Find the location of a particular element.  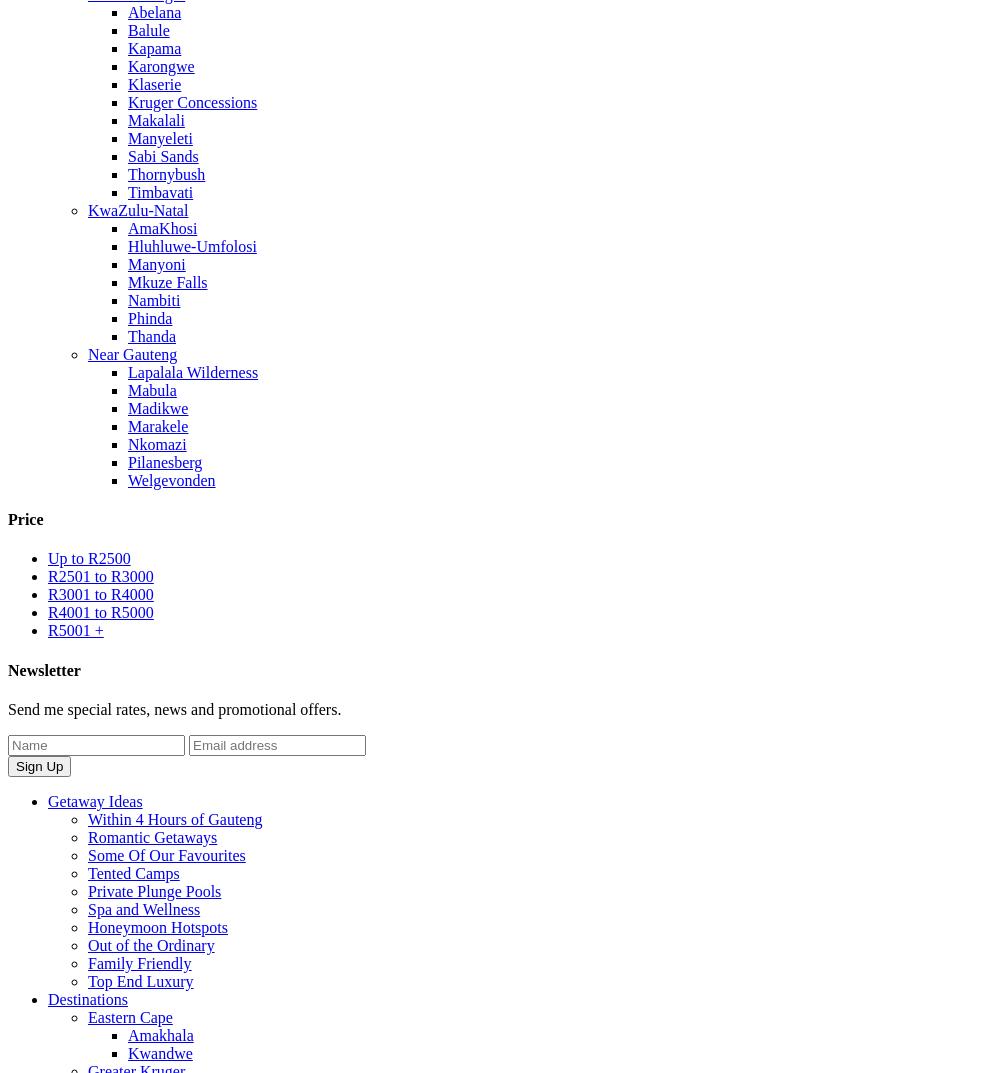

'R4001 to R5000' is located at coordinates (48, 611).